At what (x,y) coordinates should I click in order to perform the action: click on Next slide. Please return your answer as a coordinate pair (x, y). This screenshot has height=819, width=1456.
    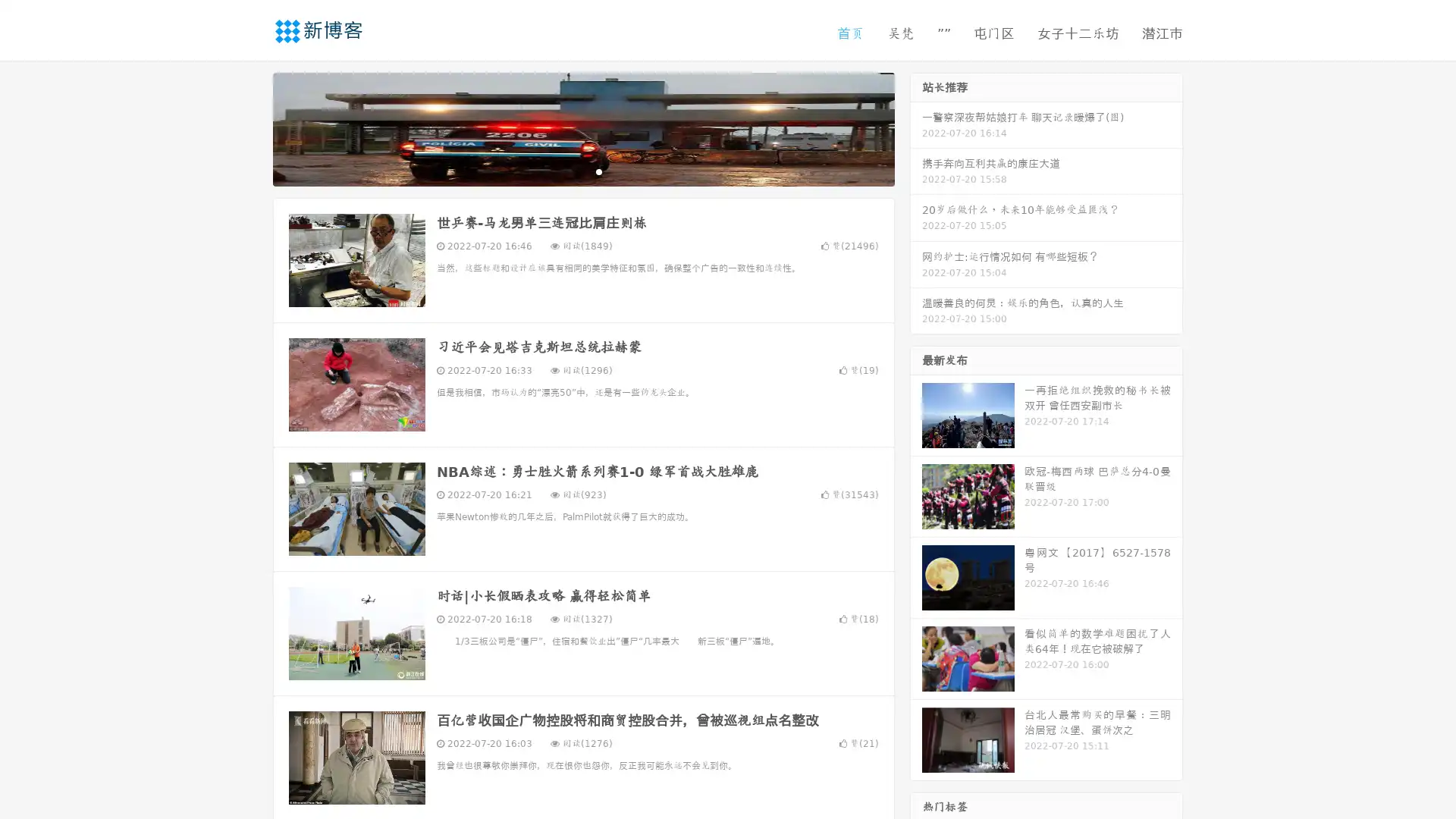
    Looking at the image, I should click on (916, 127).